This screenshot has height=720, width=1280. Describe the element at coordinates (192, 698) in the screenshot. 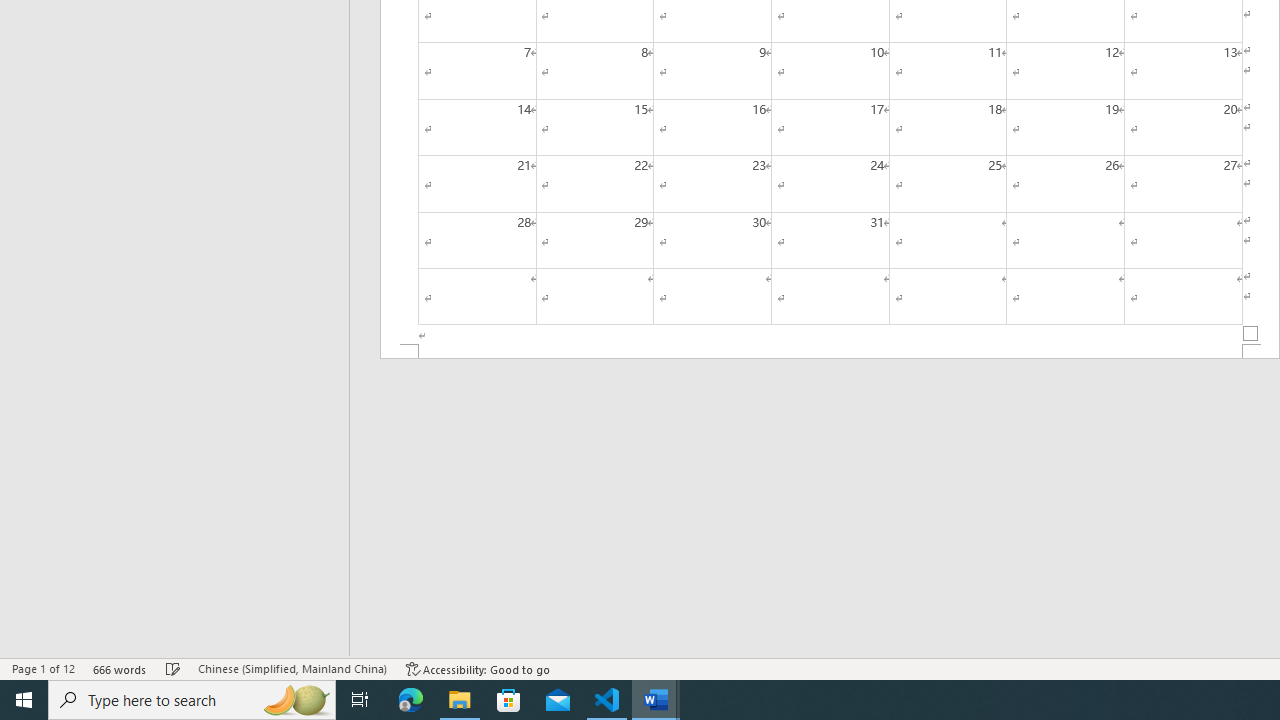

I see `'Type here to search'` at that location.